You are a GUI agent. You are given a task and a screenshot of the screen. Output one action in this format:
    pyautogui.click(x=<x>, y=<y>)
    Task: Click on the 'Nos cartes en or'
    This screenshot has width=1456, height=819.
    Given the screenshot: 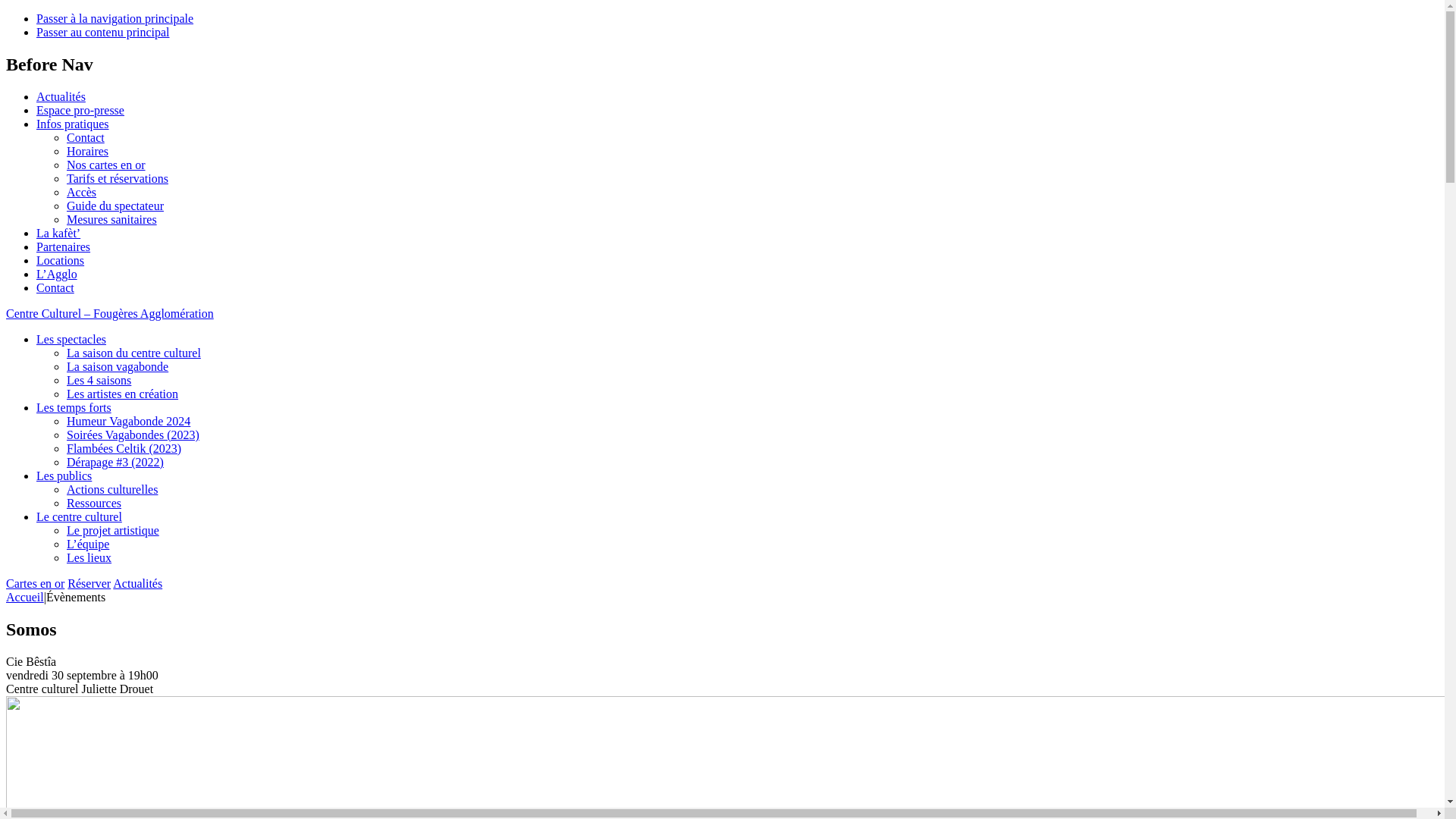 What is the action you would take?
    pyautogui.click(x=105, y=165)
    